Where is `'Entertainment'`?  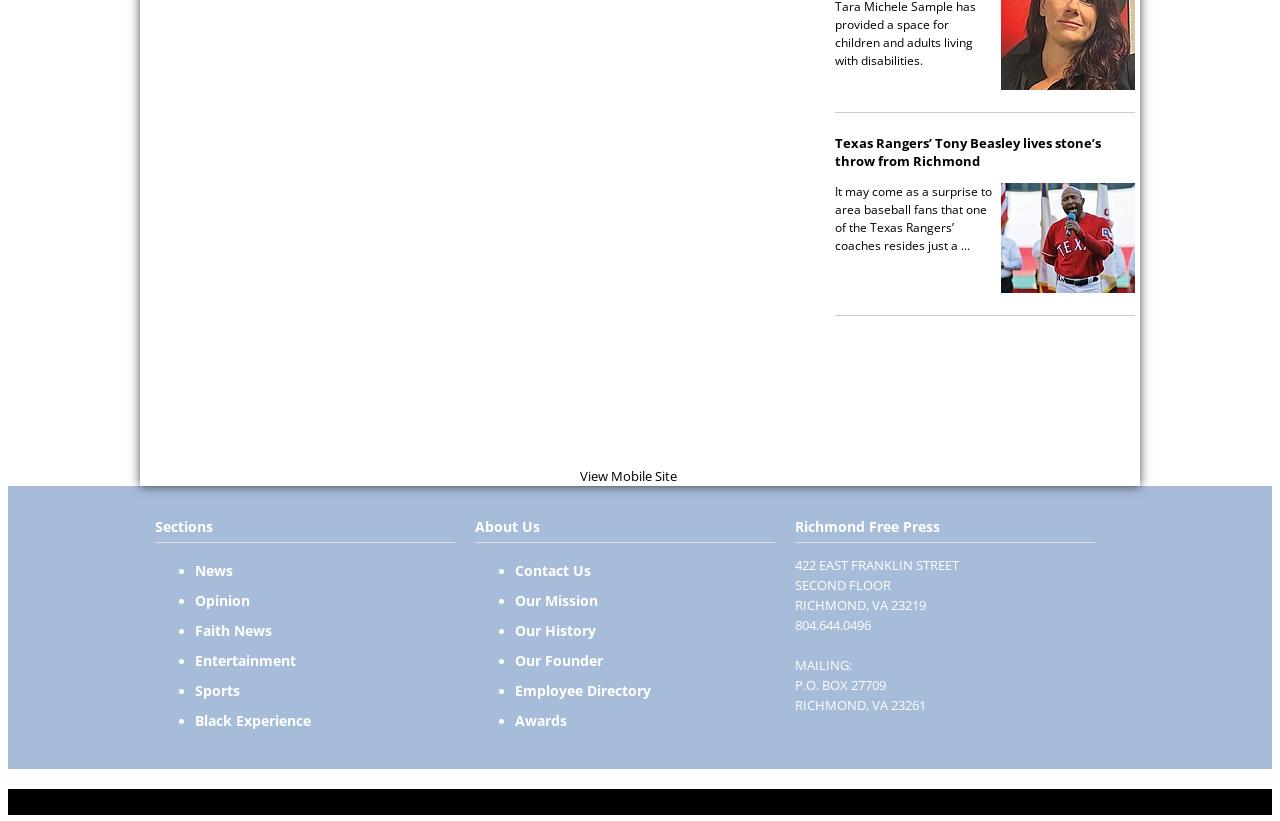 'Entertainment' is located at coordinates (244, 659).